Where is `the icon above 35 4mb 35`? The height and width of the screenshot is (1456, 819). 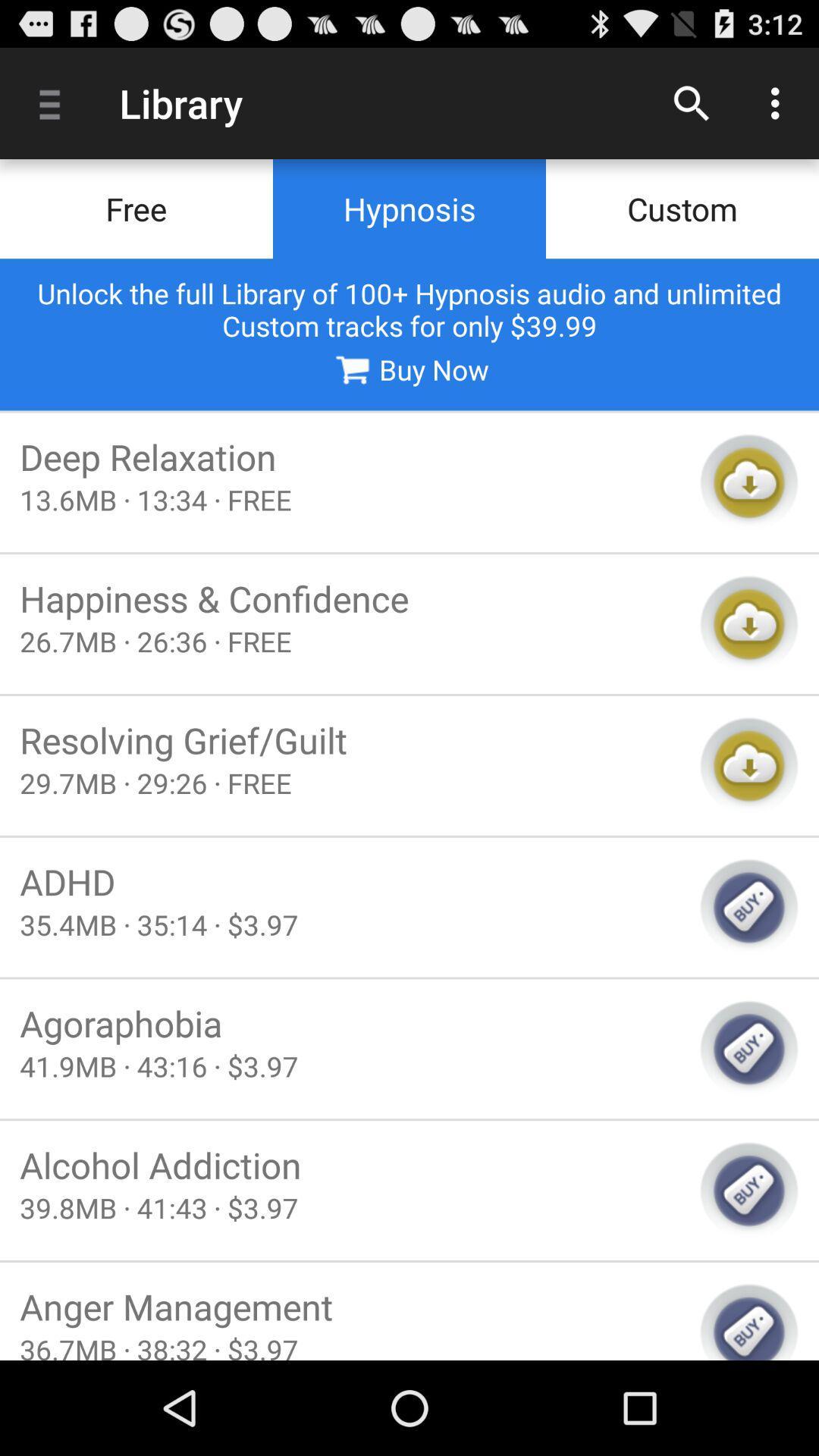 the icon above 35 4mb 35 is located at coordinates (350, 881).